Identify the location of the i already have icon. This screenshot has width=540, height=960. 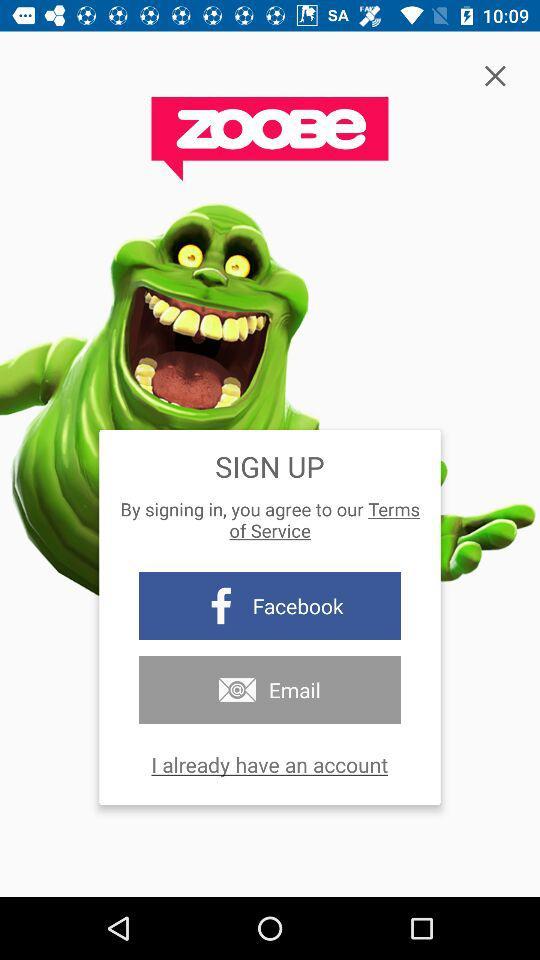
(269, 763).